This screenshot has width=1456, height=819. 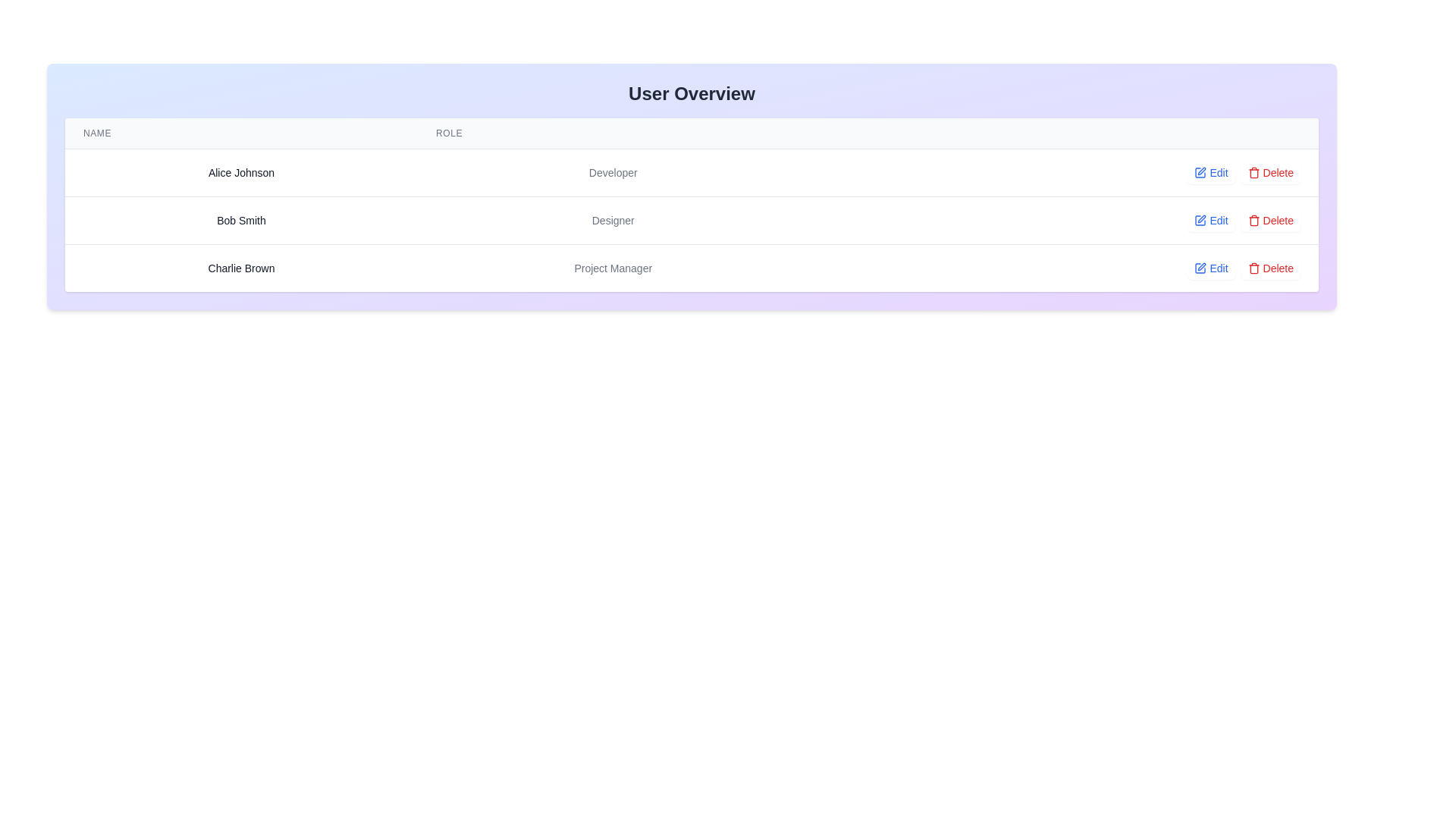 I want to click on the 'Edit' button located in the last row of the table to invoke the editing action, so click(x=1210, y=268).